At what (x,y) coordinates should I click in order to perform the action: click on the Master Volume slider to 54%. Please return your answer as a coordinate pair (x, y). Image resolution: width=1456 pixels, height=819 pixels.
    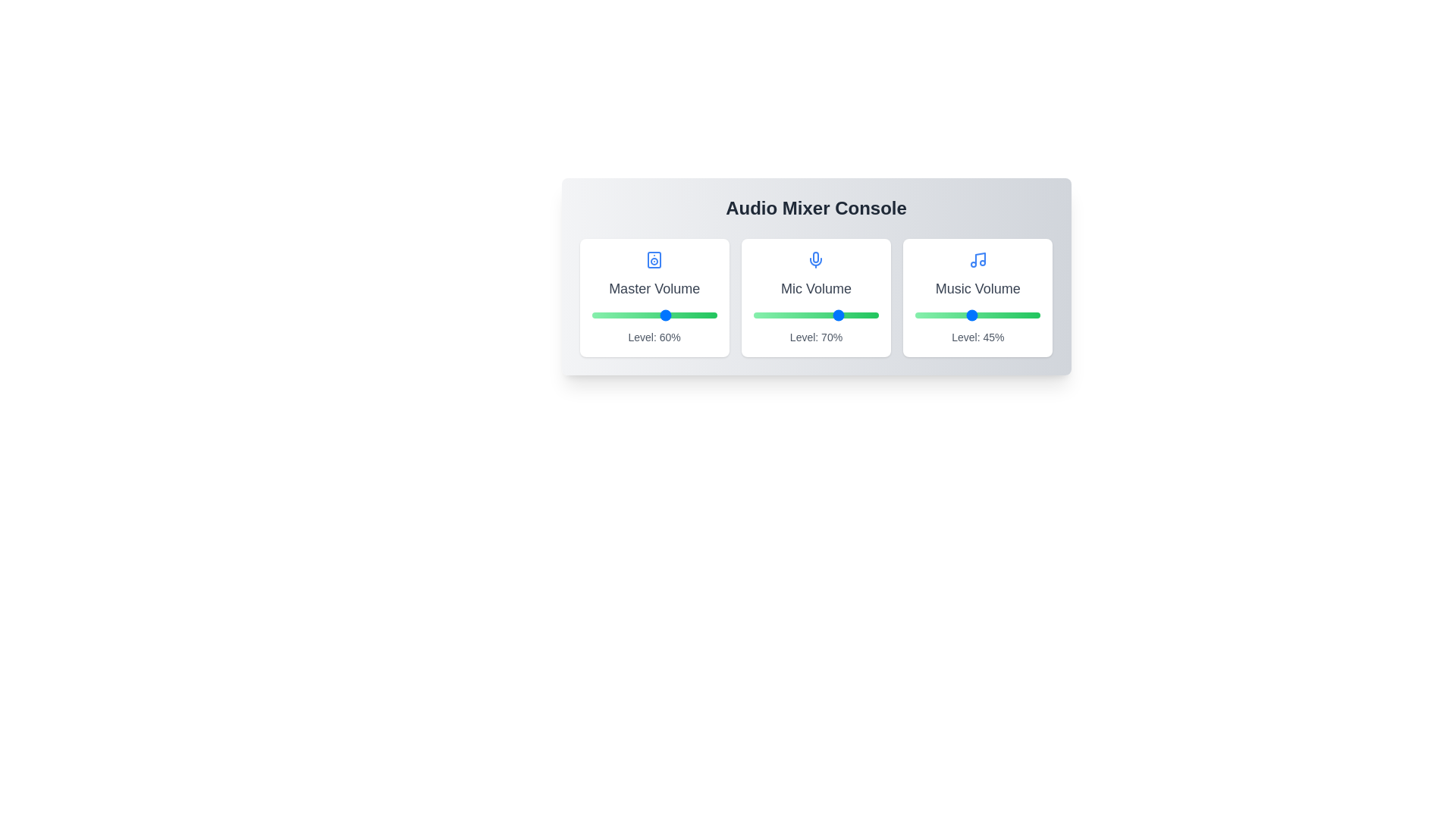
    Looking at the image, I should click on (659, 315).